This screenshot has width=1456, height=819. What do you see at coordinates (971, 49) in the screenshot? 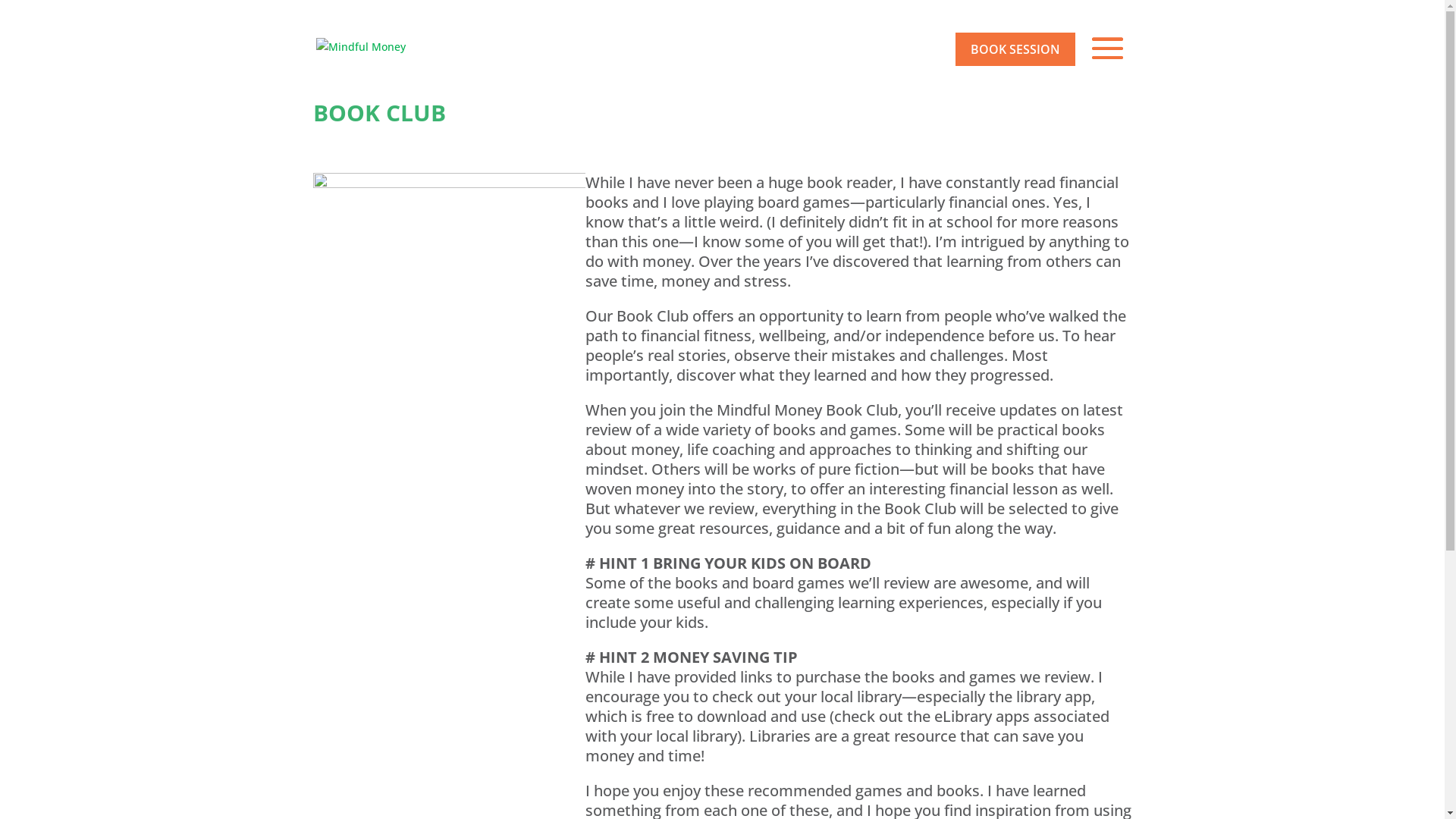
I see `'BOOK SESSION'` at bounding box center [971, 49].